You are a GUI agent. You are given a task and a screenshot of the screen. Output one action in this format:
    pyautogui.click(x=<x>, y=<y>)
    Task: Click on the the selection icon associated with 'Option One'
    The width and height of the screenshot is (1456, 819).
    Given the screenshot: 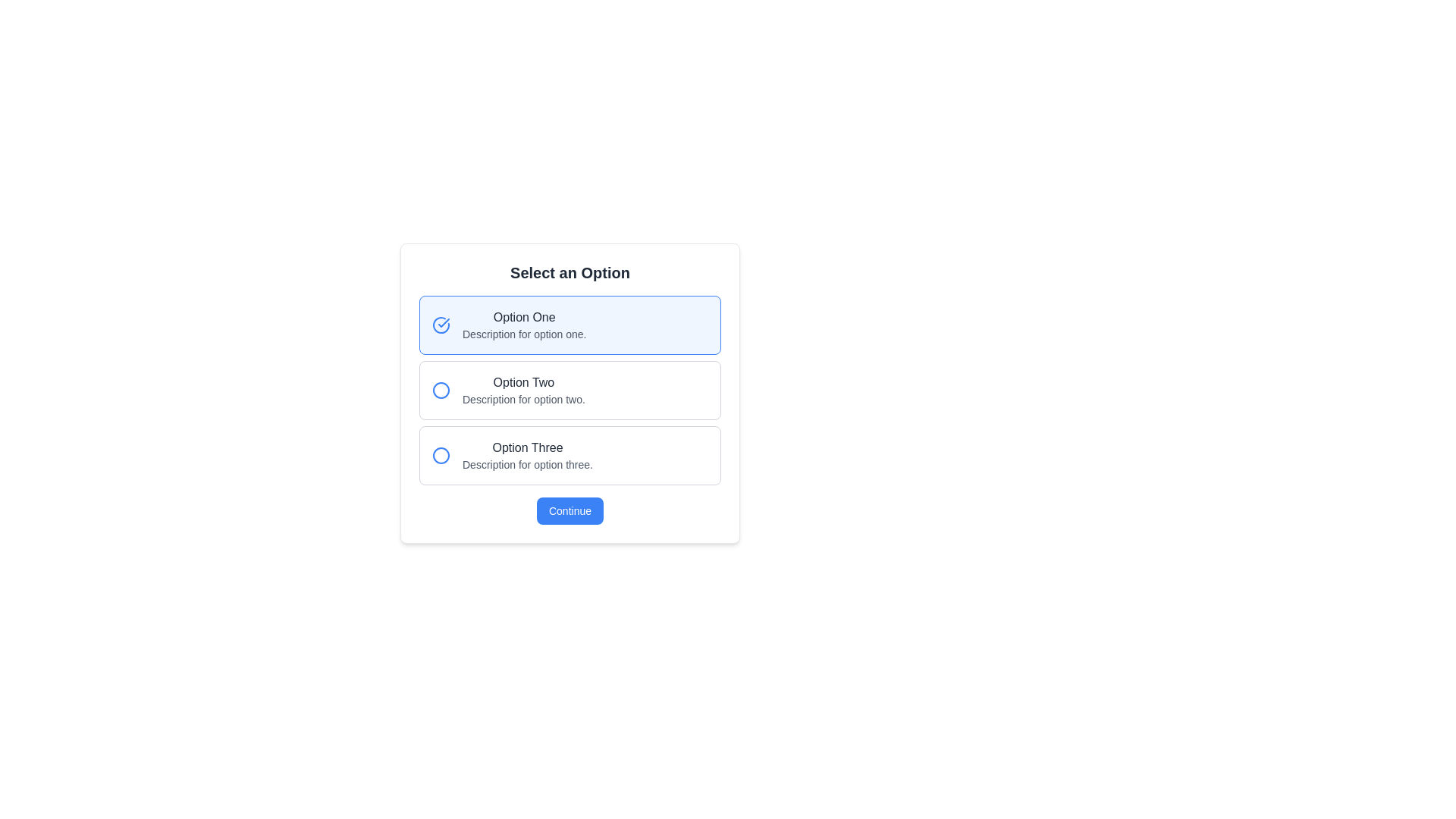 What is the action you would take?
    pyautogui.click(x=440, y=324)
    